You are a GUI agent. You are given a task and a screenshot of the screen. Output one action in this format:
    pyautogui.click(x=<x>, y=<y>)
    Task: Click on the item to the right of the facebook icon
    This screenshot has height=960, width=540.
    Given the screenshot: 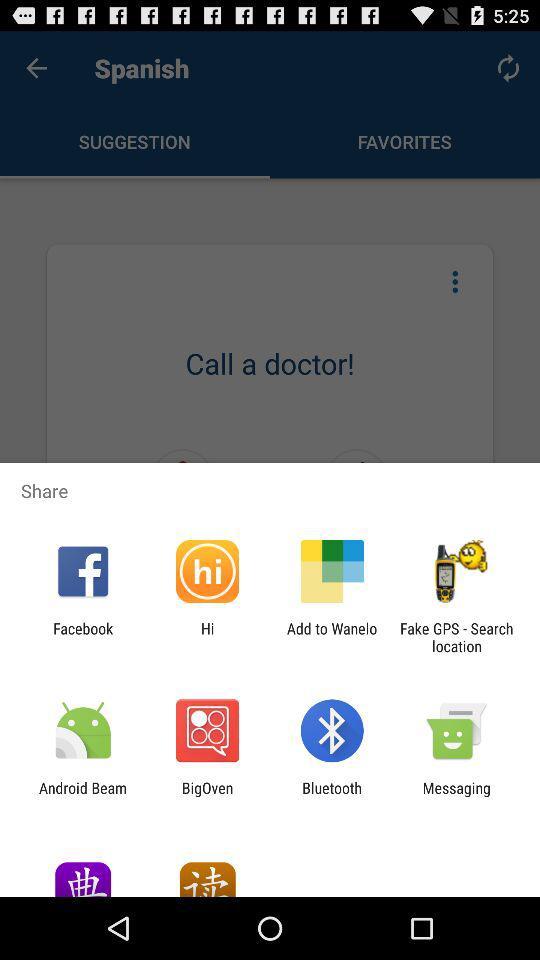 What is the action you would take?
    pyautogui.click(x=206, y=636)
    